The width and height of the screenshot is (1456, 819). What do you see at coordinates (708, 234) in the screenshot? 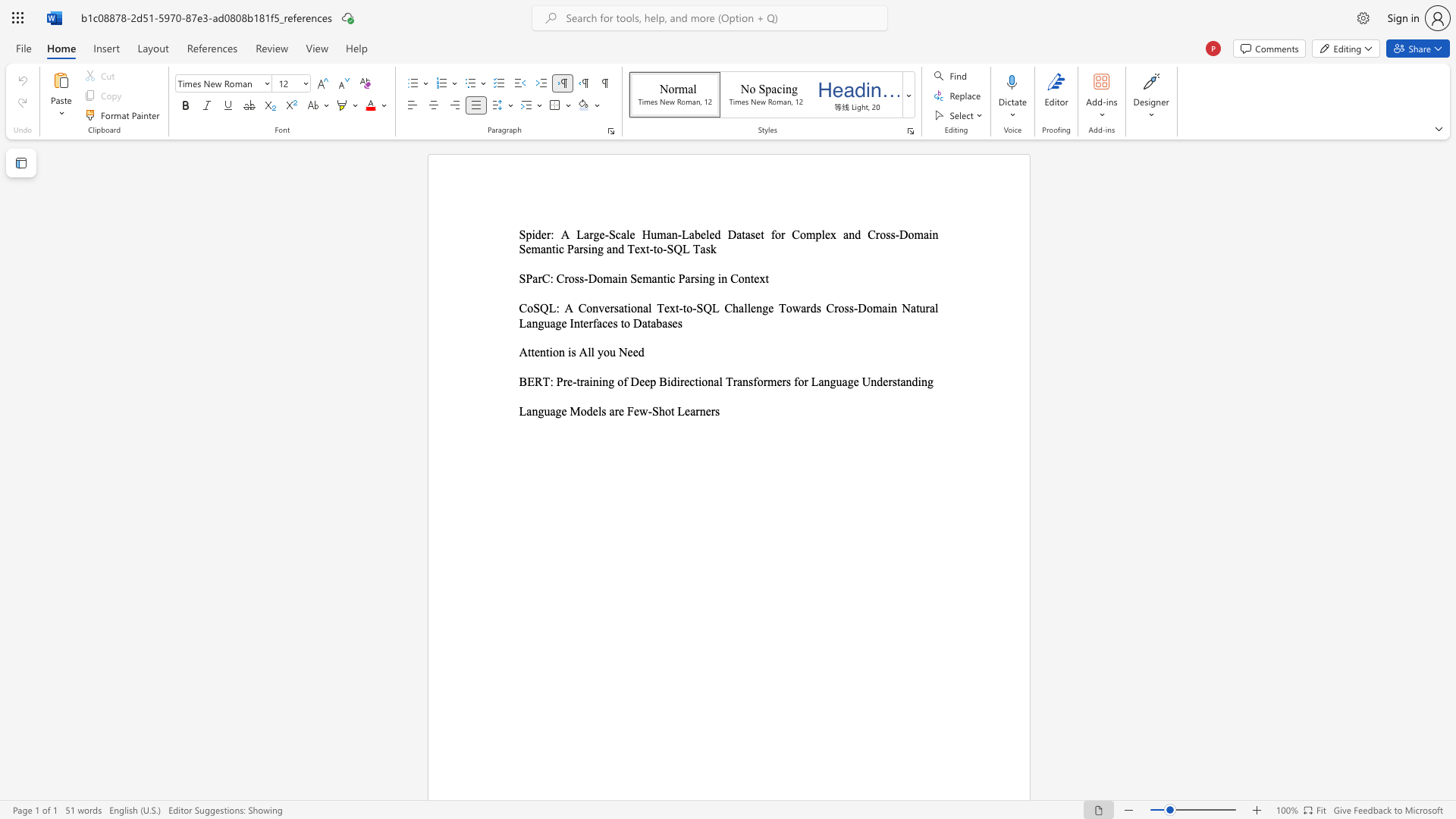
I see `the subset text "ed Dataset for Complex and Cross-Do" within the text "Spider: A Large-Scale Human-Labeled Dataset for Complex and Cross-Domain Semantic Parsing and Text-to-SQL Task"` at bounding box center [708, 234].